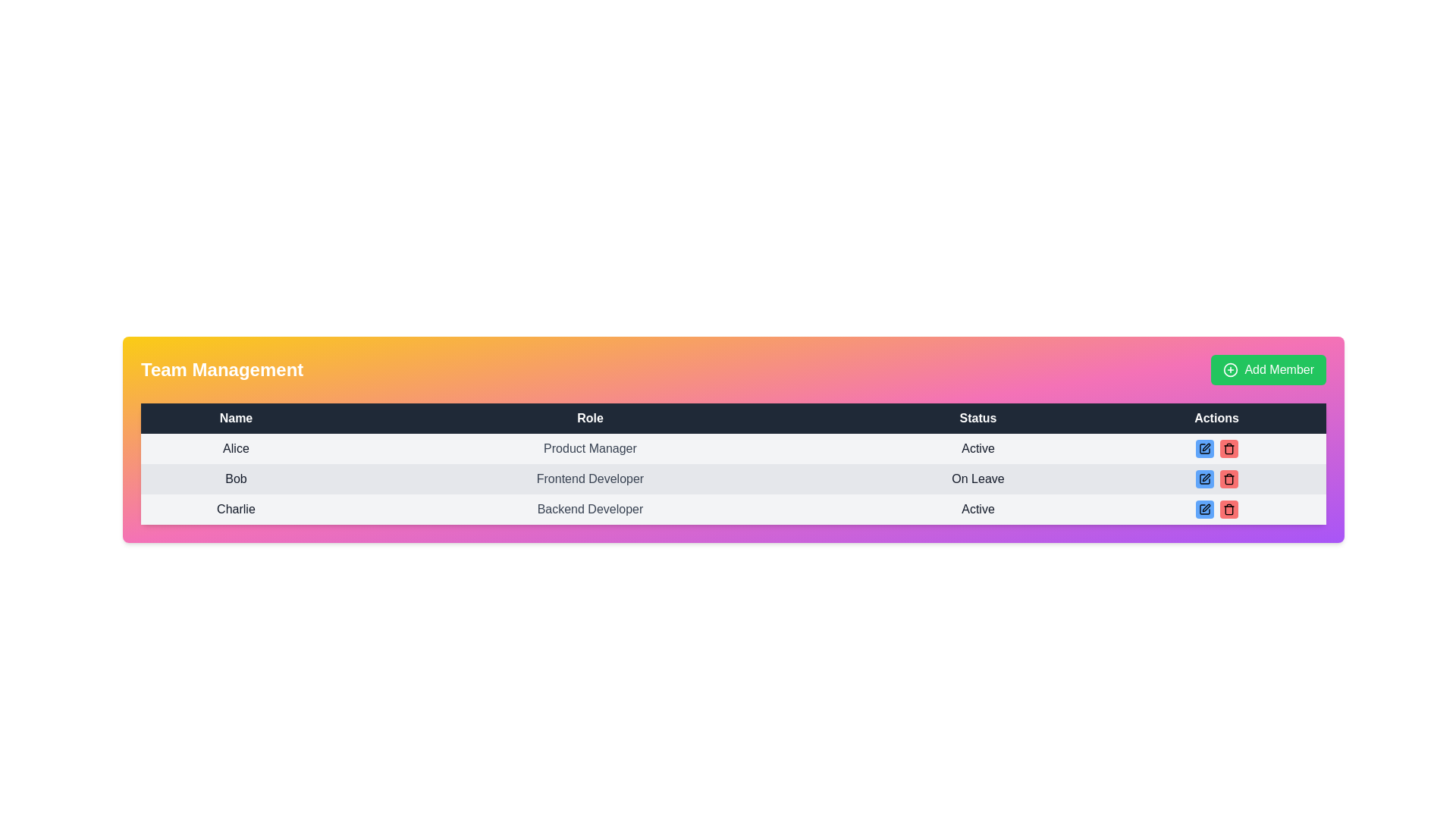  I want to click on the red delete button with a trashcan icon, located as the second icon in the 'Actions' column for the second row of the table, so click(1228, 479).